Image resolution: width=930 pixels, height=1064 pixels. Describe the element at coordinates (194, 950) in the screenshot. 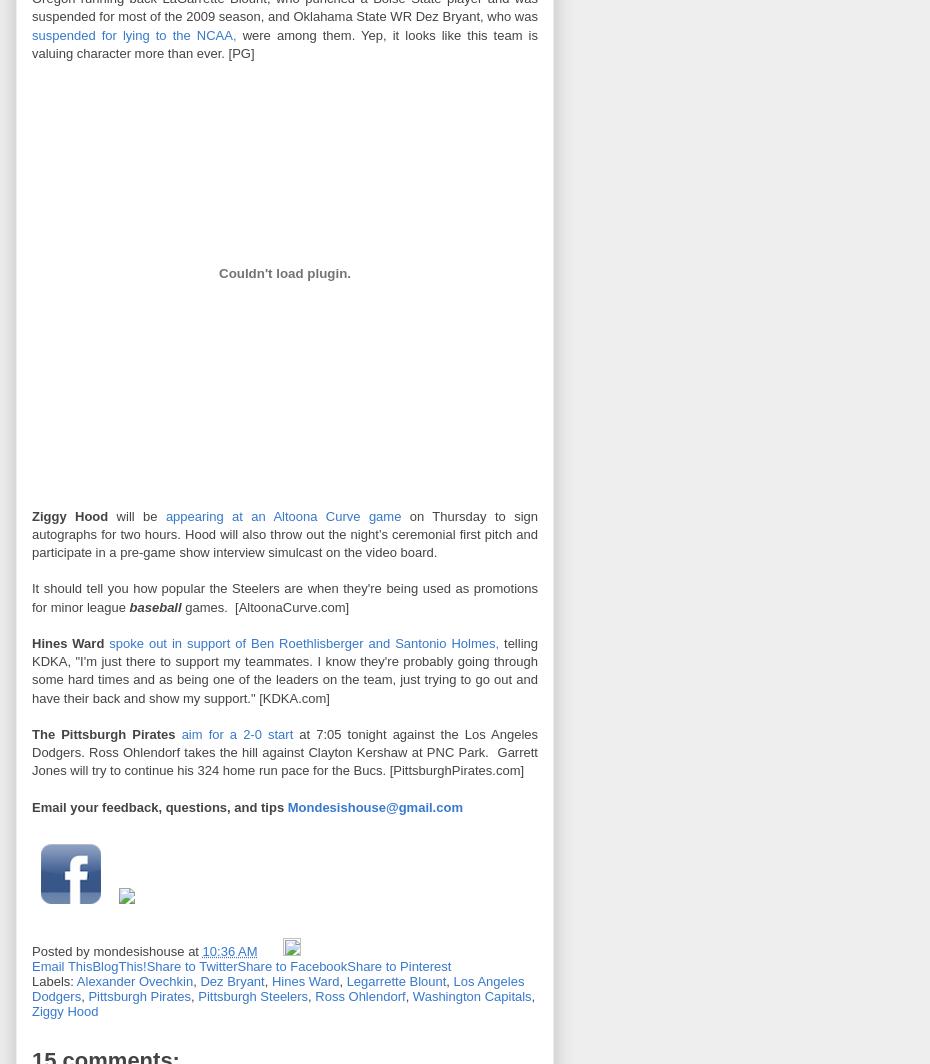

I see `'at'` at that location.